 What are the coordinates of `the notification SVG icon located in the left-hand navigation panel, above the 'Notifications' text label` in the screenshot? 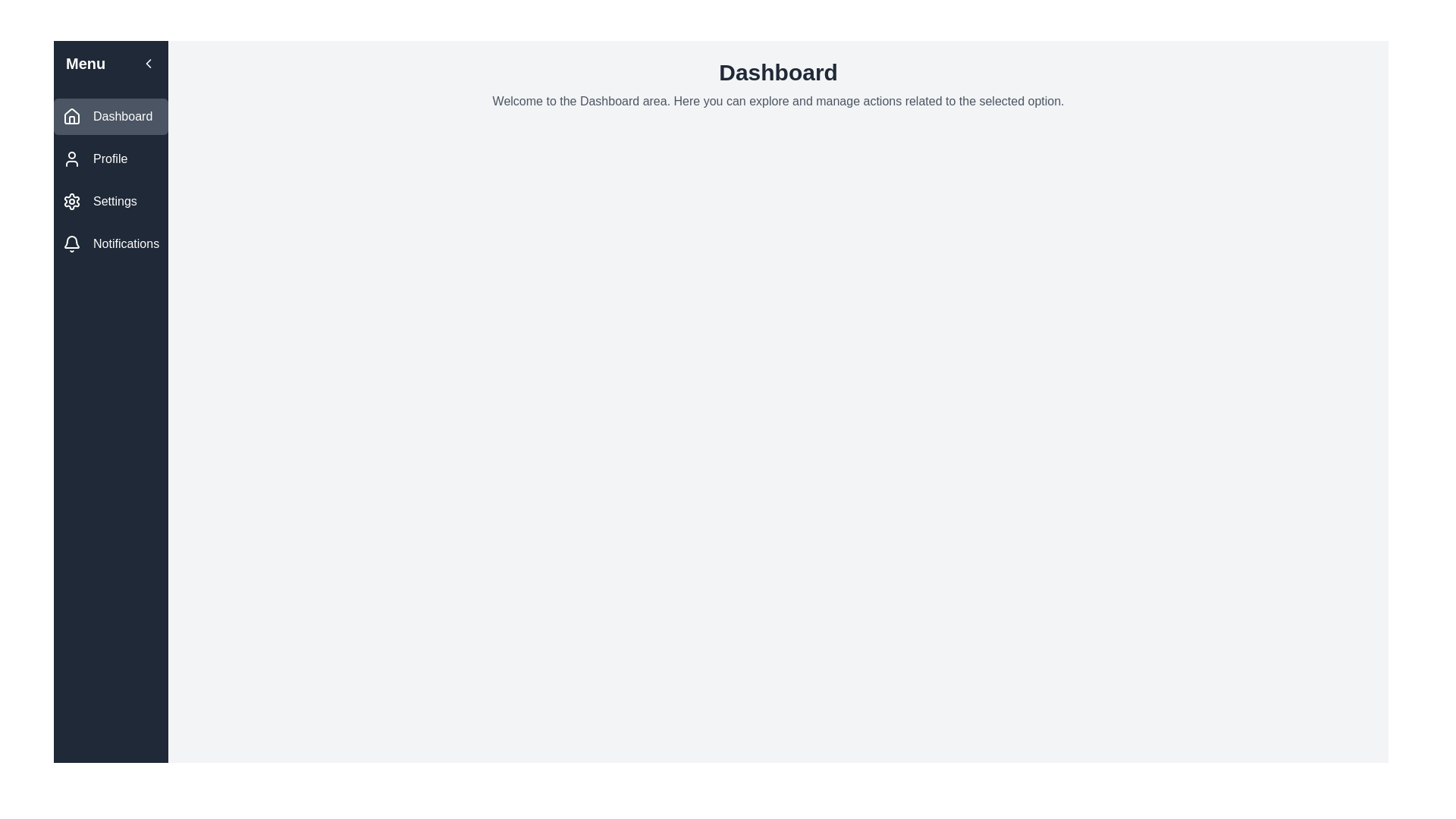 It's located at (71, 243).